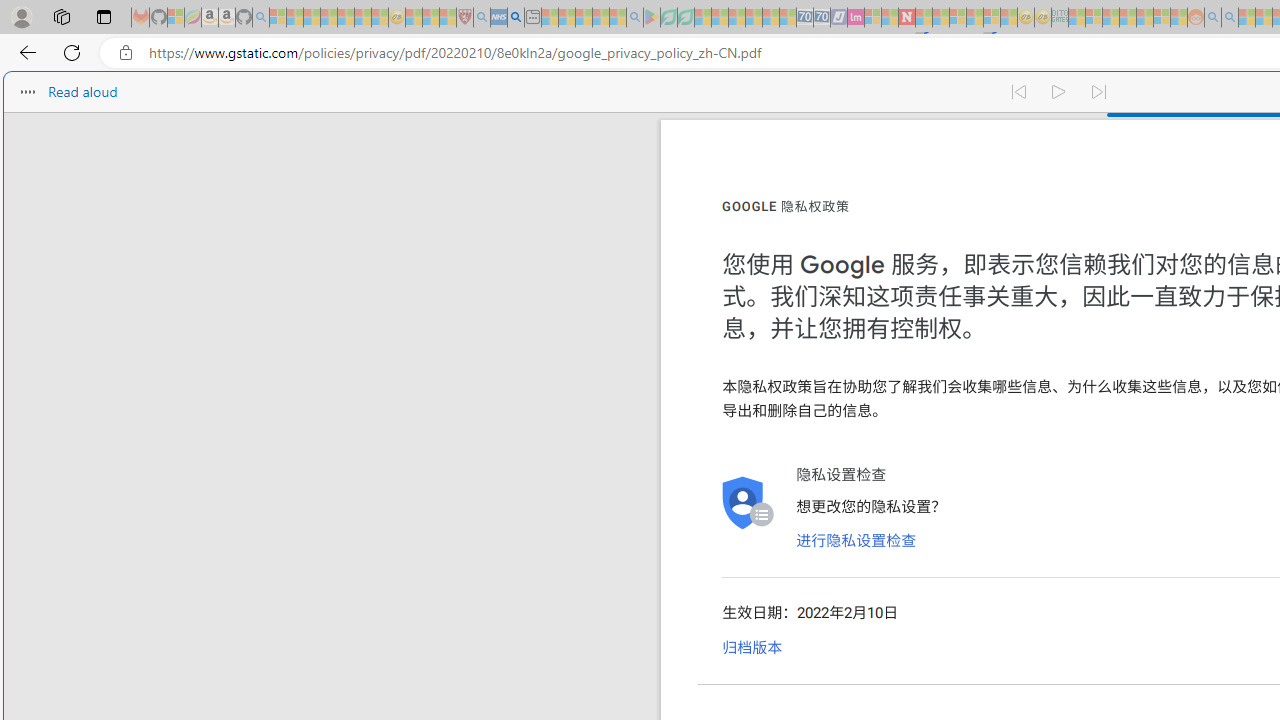 Image resolution: width=1280 pixels, height=720 pixels. I want to click on 'Read previous paragraph', so click(1018, 92).